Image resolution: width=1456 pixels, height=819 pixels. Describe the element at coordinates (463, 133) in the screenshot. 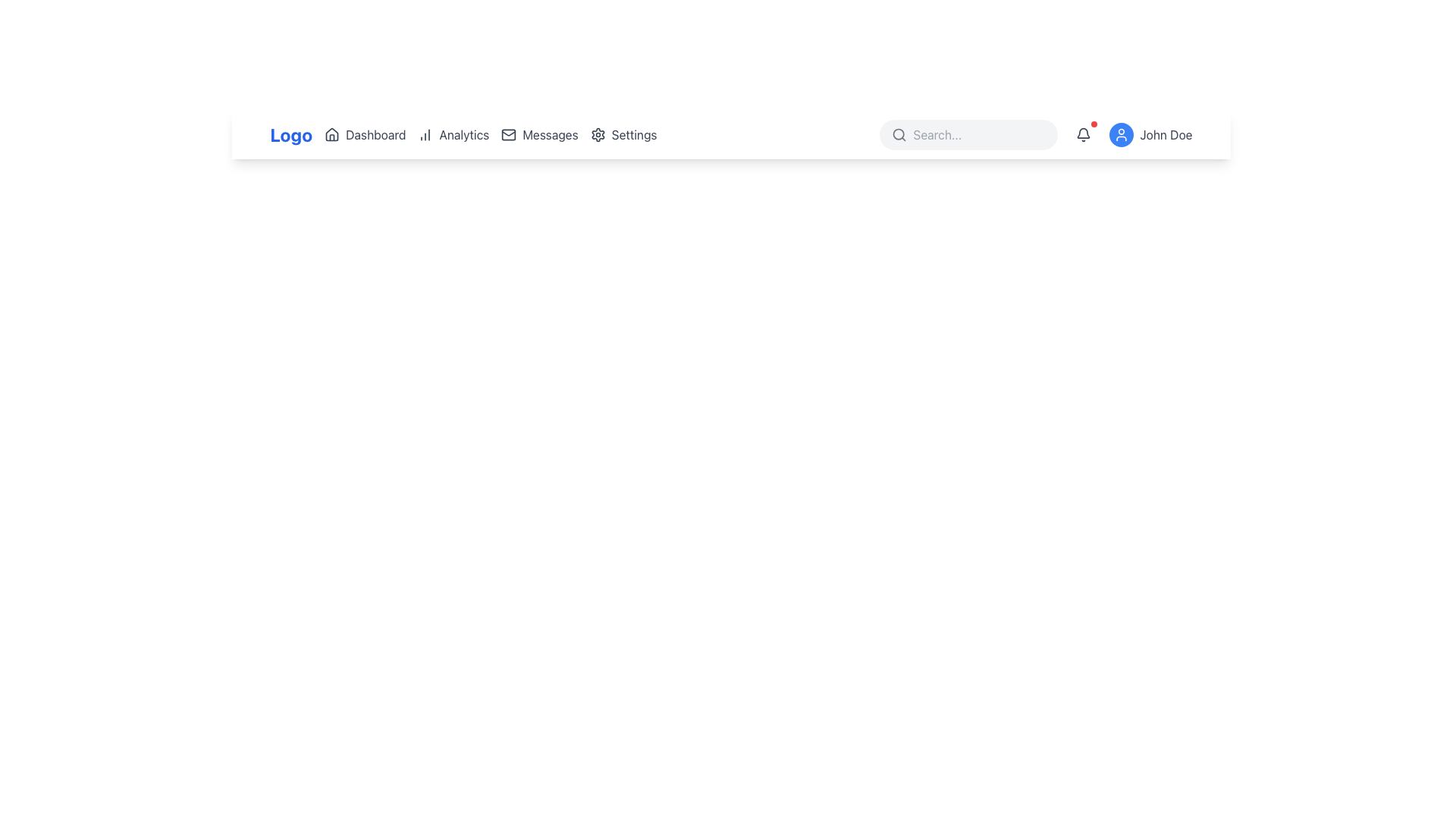

I see `the 'Analytics' text label located in the navigation bar` at that location.